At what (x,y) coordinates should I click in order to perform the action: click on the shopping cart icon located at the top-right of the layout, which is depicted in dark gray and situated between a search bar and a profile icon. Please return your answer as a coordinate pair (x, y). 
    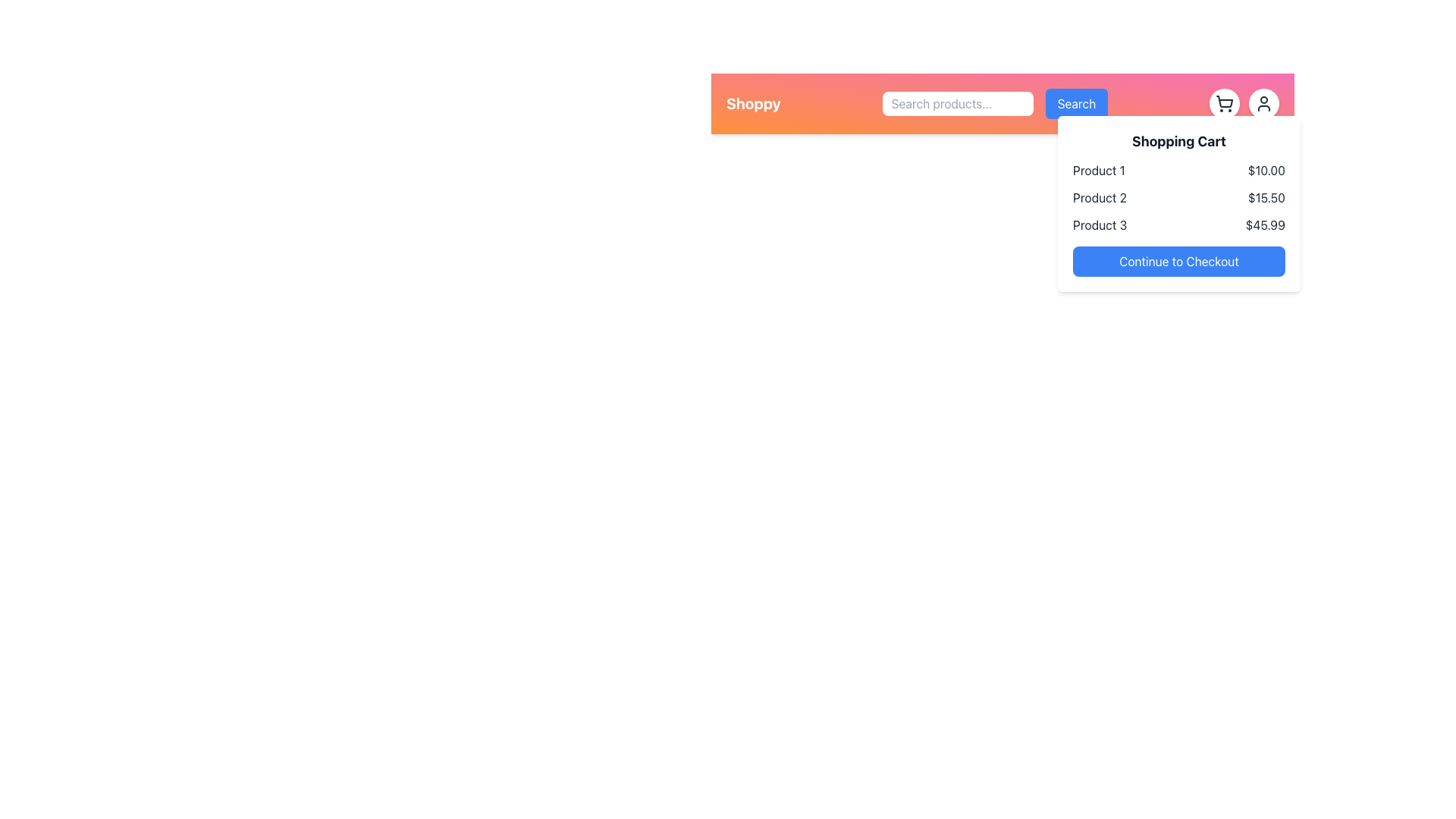
    Looking at the image, I should click on (1225, 102).